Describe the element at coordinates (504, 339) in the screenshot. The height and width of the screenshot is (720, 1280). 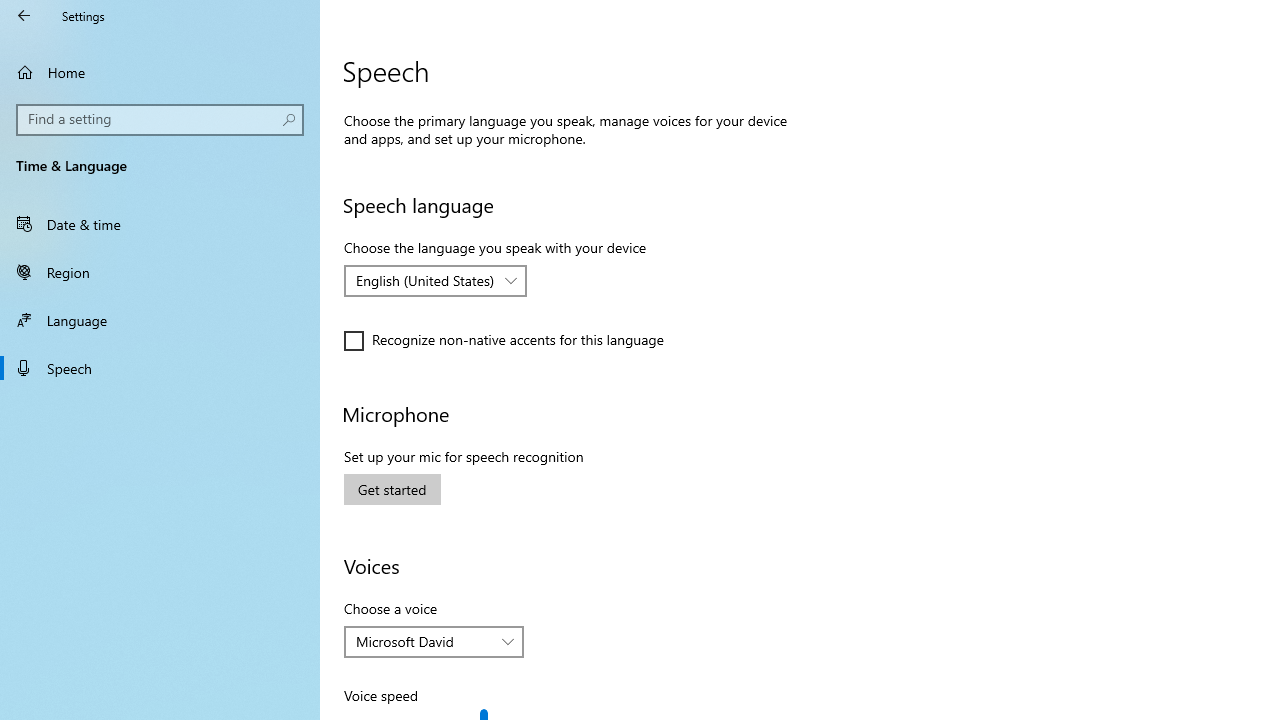
I see `'Recognize non-native accents for this language'` at that location.